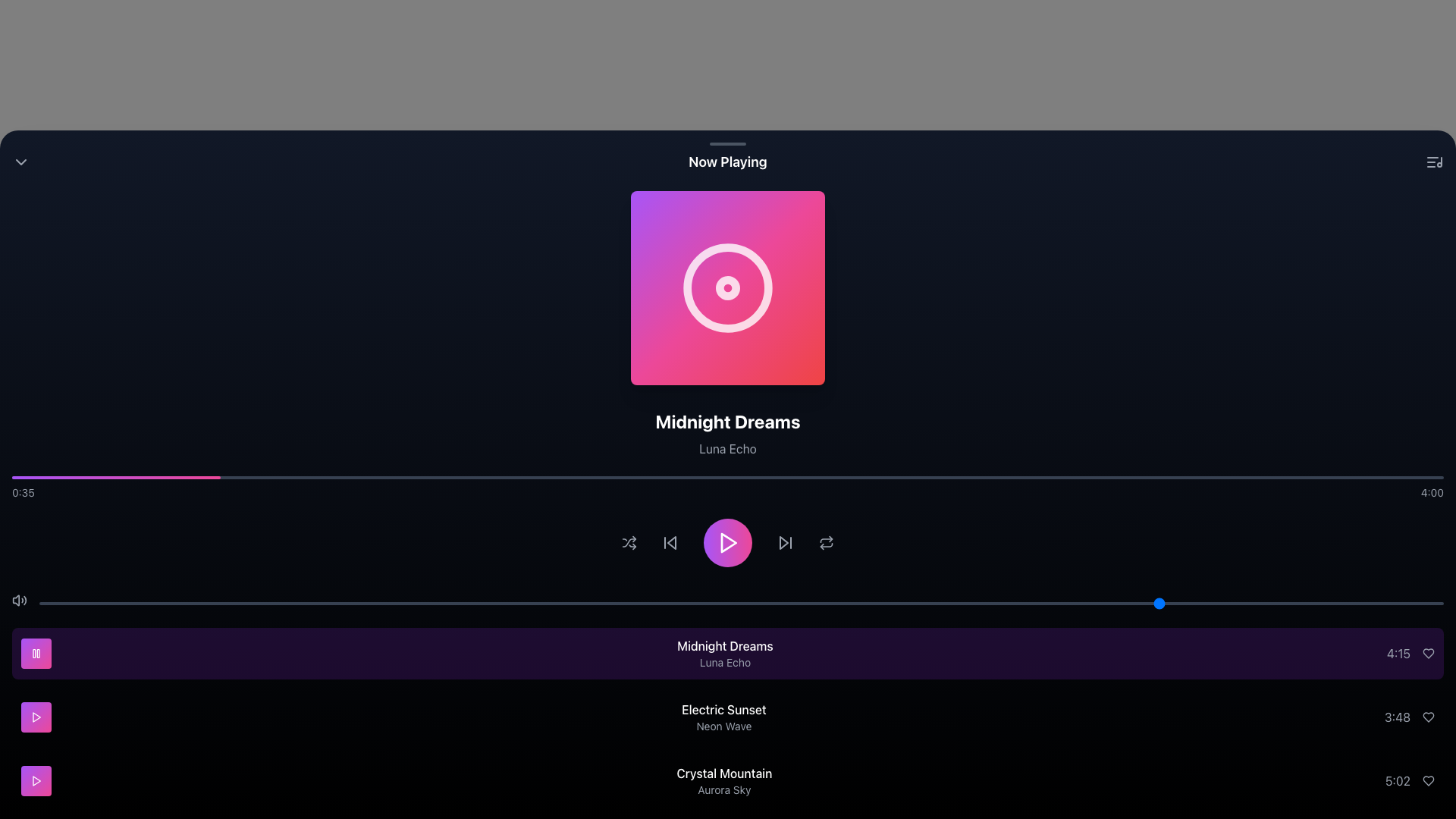 This screenshot has width=1456, height=819. What do you see at coordinates (825, 542) in the screenshot?
I see `accessibility information for the gray button with a circular repeat action icon located in the horizontal control panel below the album cover art` at bounding box center [825, 542].